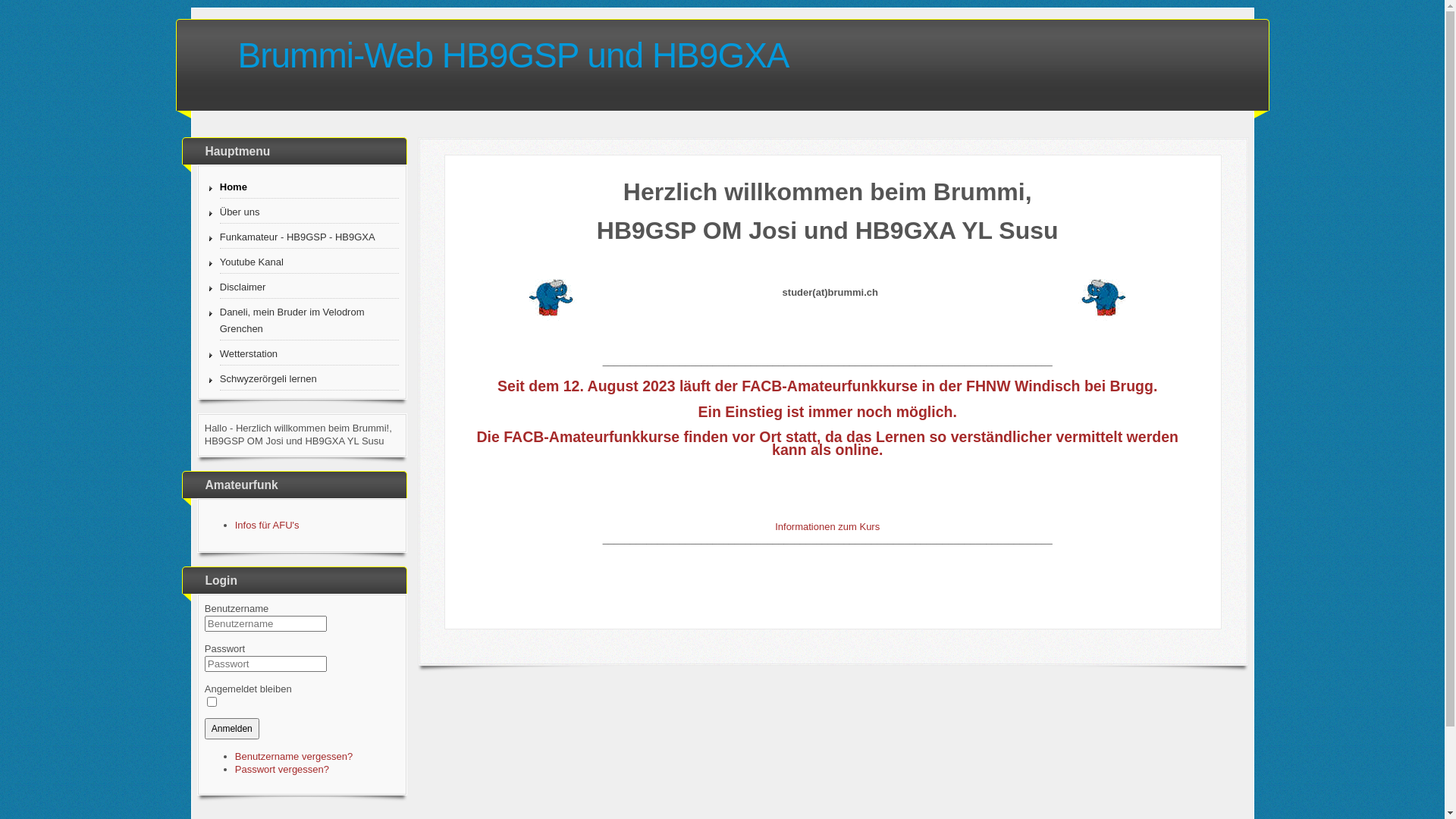  I want to click on 'Anmelden', so click(231, 727).